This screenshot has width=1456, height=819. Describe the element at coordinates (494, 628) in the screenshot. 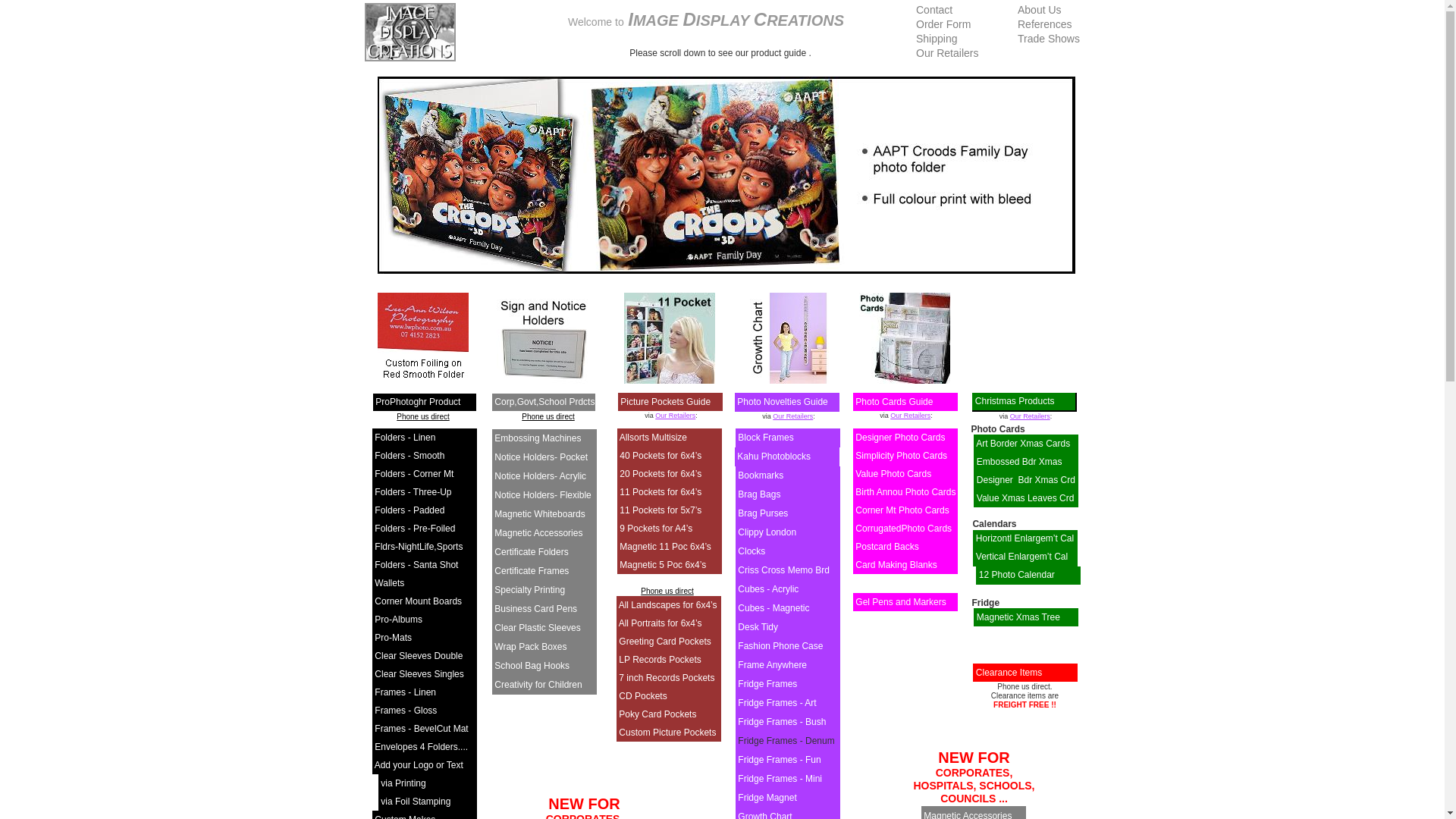

I see `'Clear Plastic Sleeves'` at that location.